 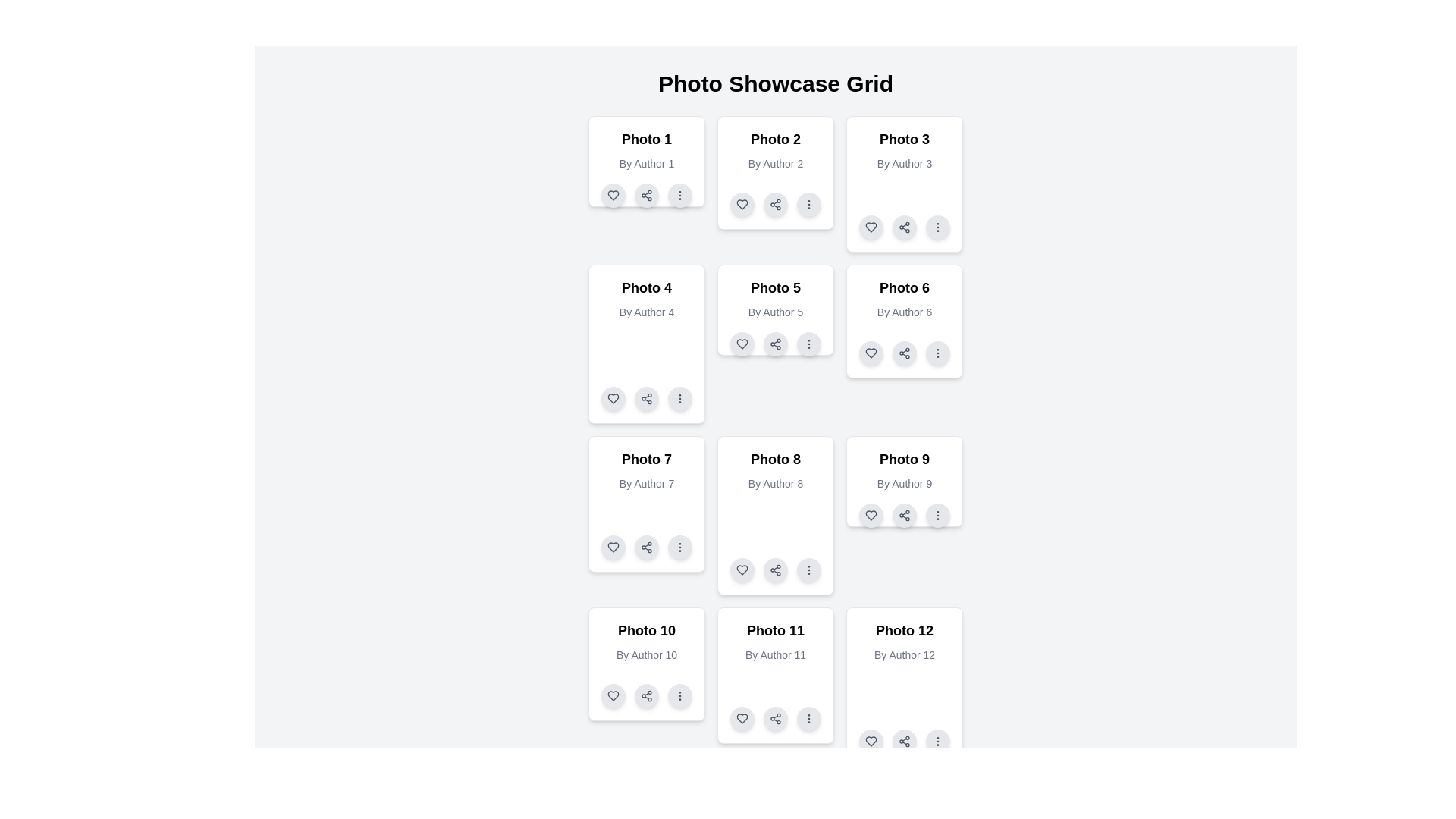 I want to click on the 'like' or 'favorite' button located at the bottom-left corner of the card labeled 'Photo 2 By Author 2', so click(x=742, y=205).